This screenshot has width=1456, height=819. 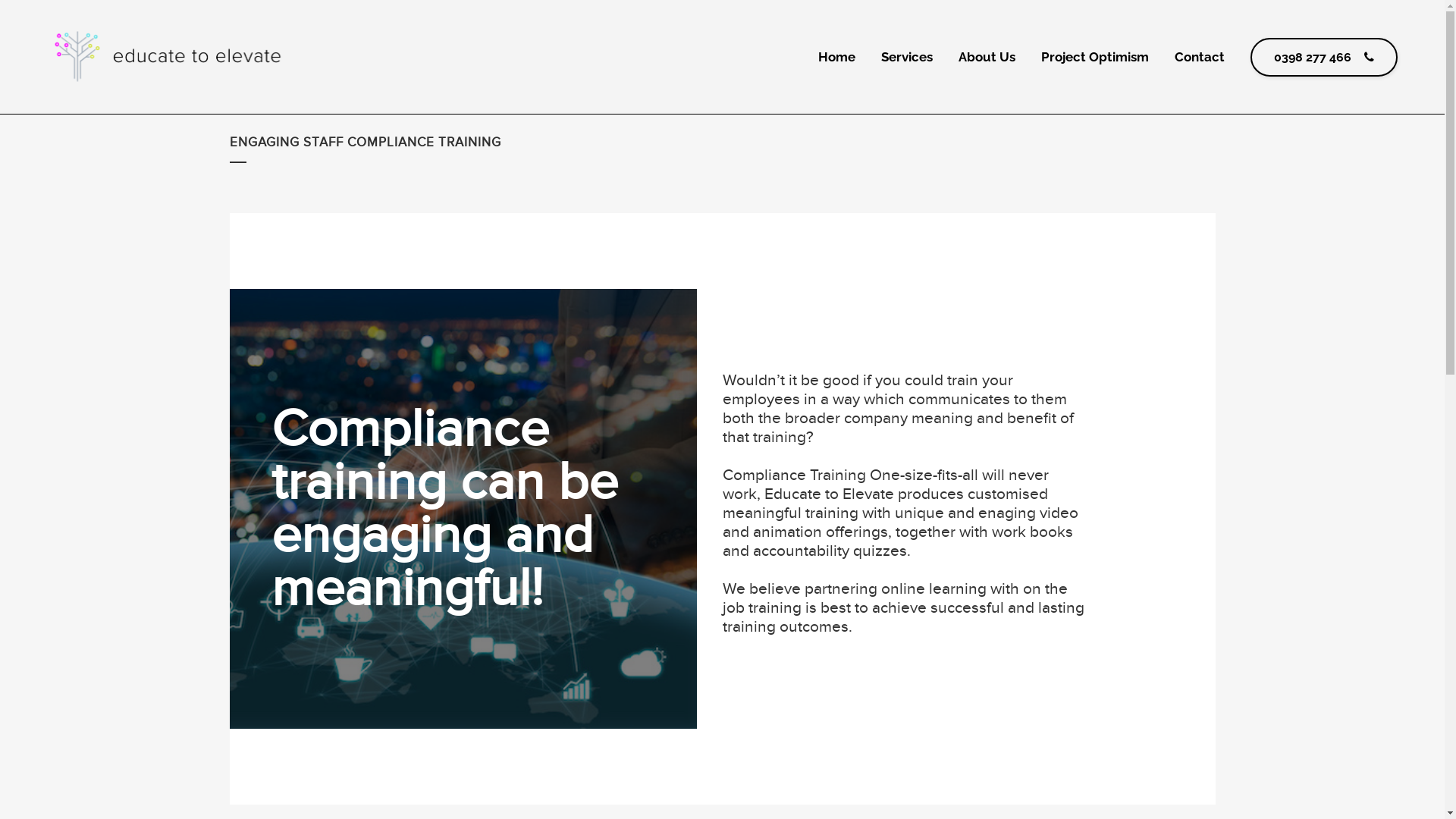 What do you see at coordinates (945, 55) in the screenshot?
I see `'About Us'` at bounding box center [945, 55].